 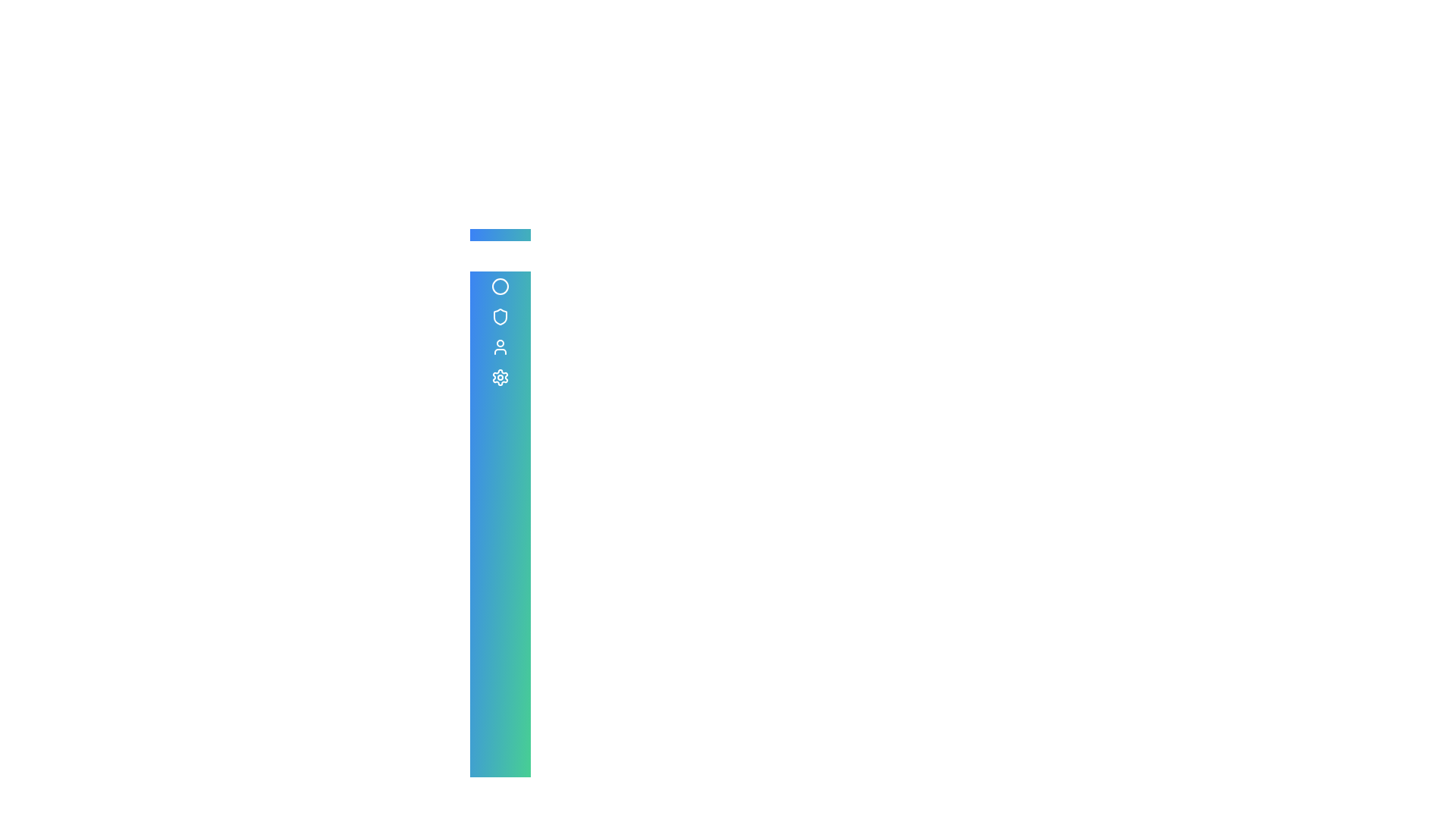 What do you see at coordinates (500, 315) in the screenshot?
I see `the shield icon button located in the vertical navigation bar on the left, which is the third button from the top` at bounding box center [500, 315].